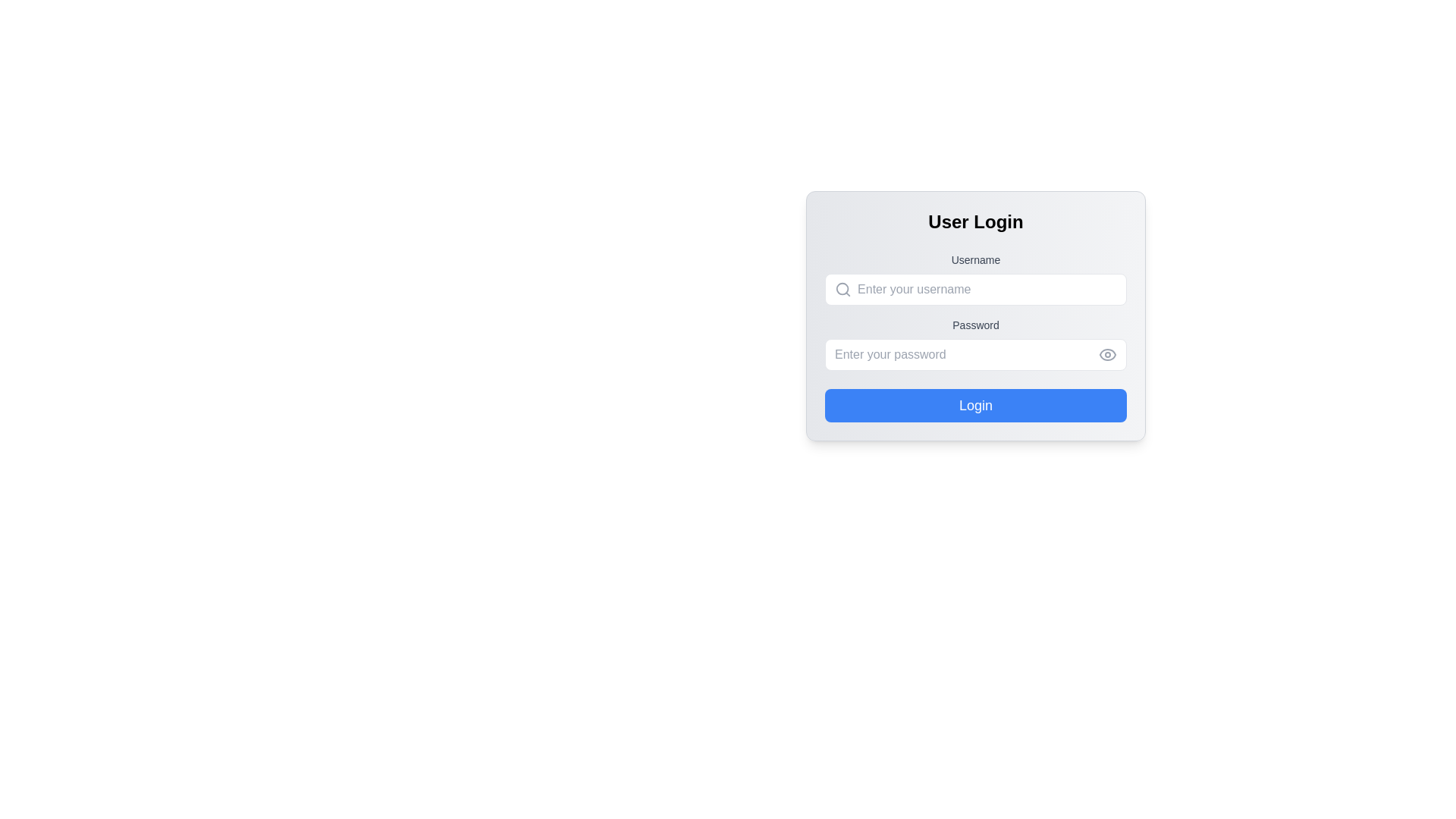  What do you see at coordinates (1107, 354) in the screenshot?
I see `the eye icon button` at bounding box center [1107, 354].